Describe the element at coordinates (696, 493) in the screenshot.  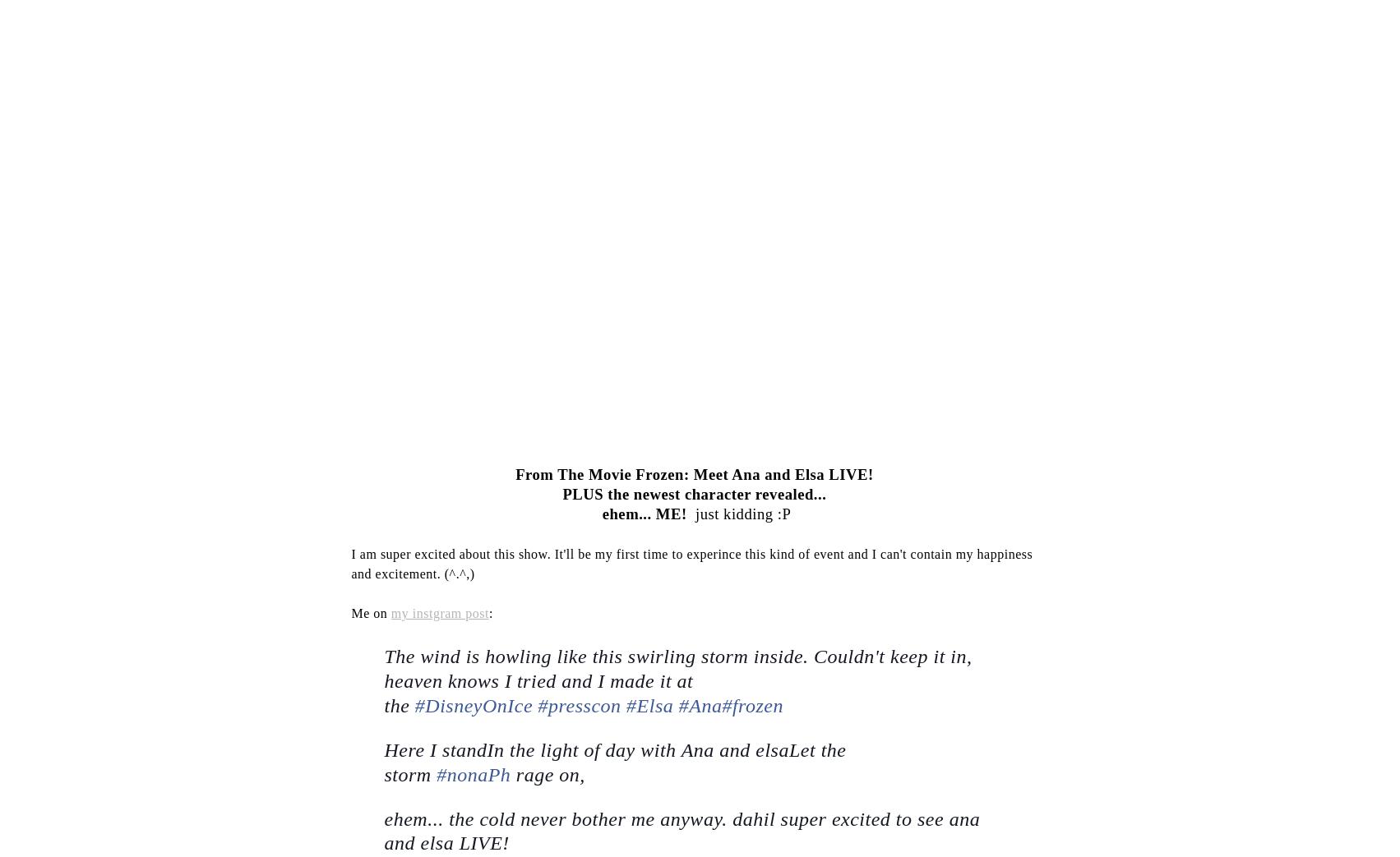
I see `'PLUS the newest character revealed...'` at that location.